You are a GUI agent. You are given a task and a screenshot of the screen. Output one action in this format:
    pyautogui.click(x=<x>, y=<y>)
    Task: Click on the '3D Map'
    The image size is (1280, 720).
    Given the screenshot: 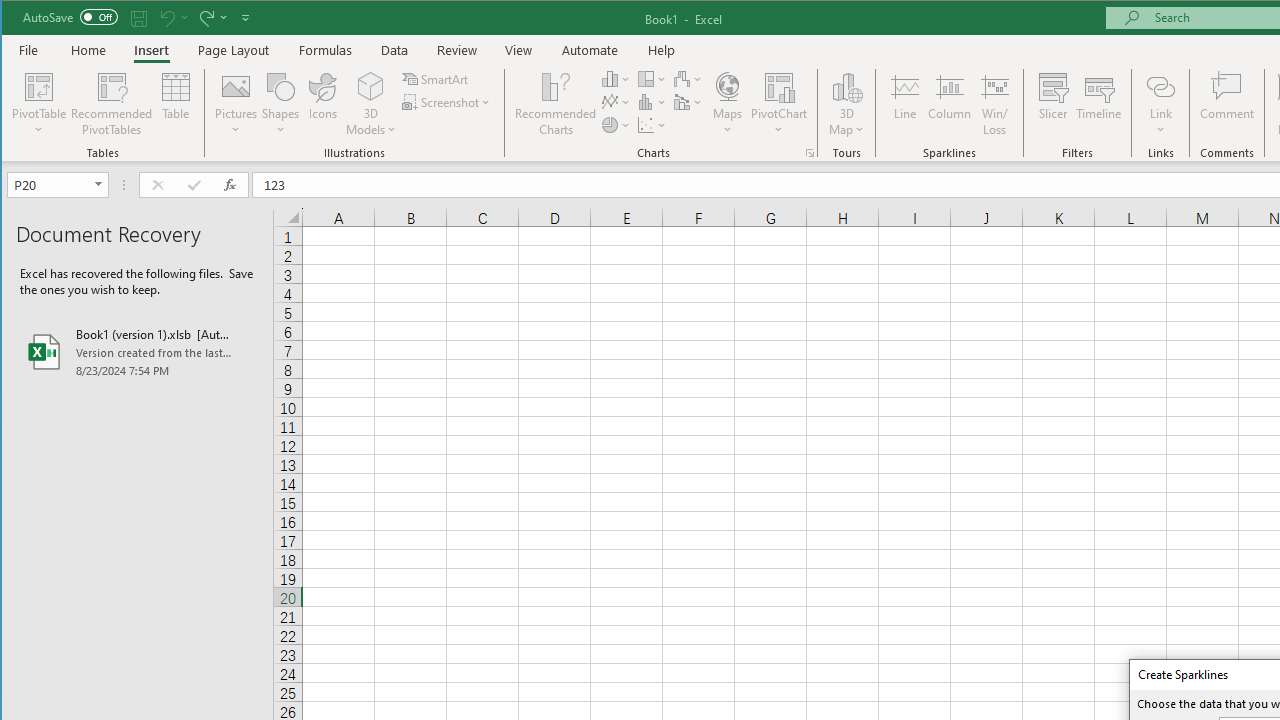 What is the action you would take?
    pyautogui.click(x=846, y=104)
    